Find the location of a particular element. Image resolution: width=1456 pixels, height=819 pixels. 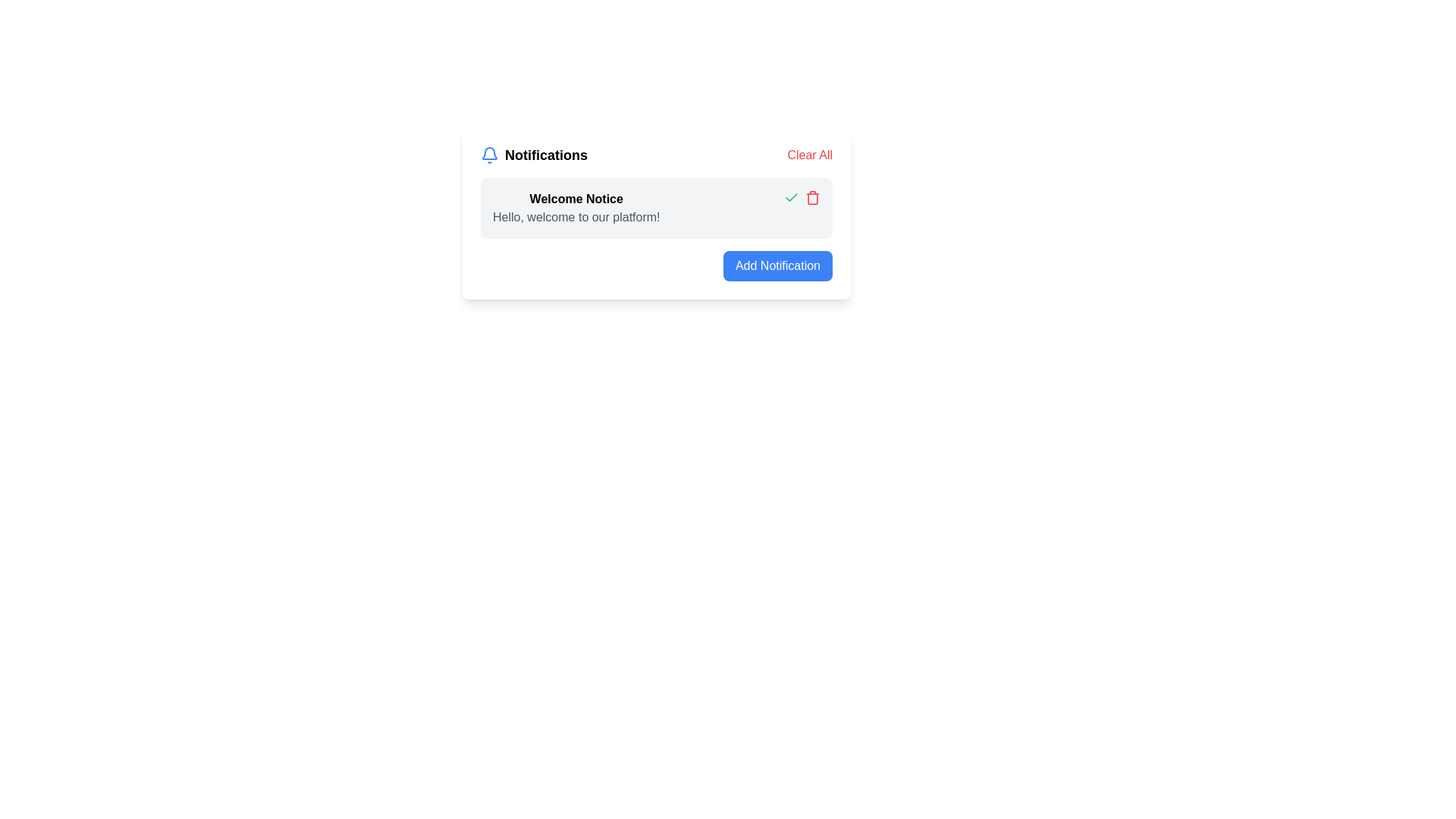

welcome message text block located within the notifications interface, positioned below the title 'Notifications' in the main notification card is located at coordinates (576, 208).